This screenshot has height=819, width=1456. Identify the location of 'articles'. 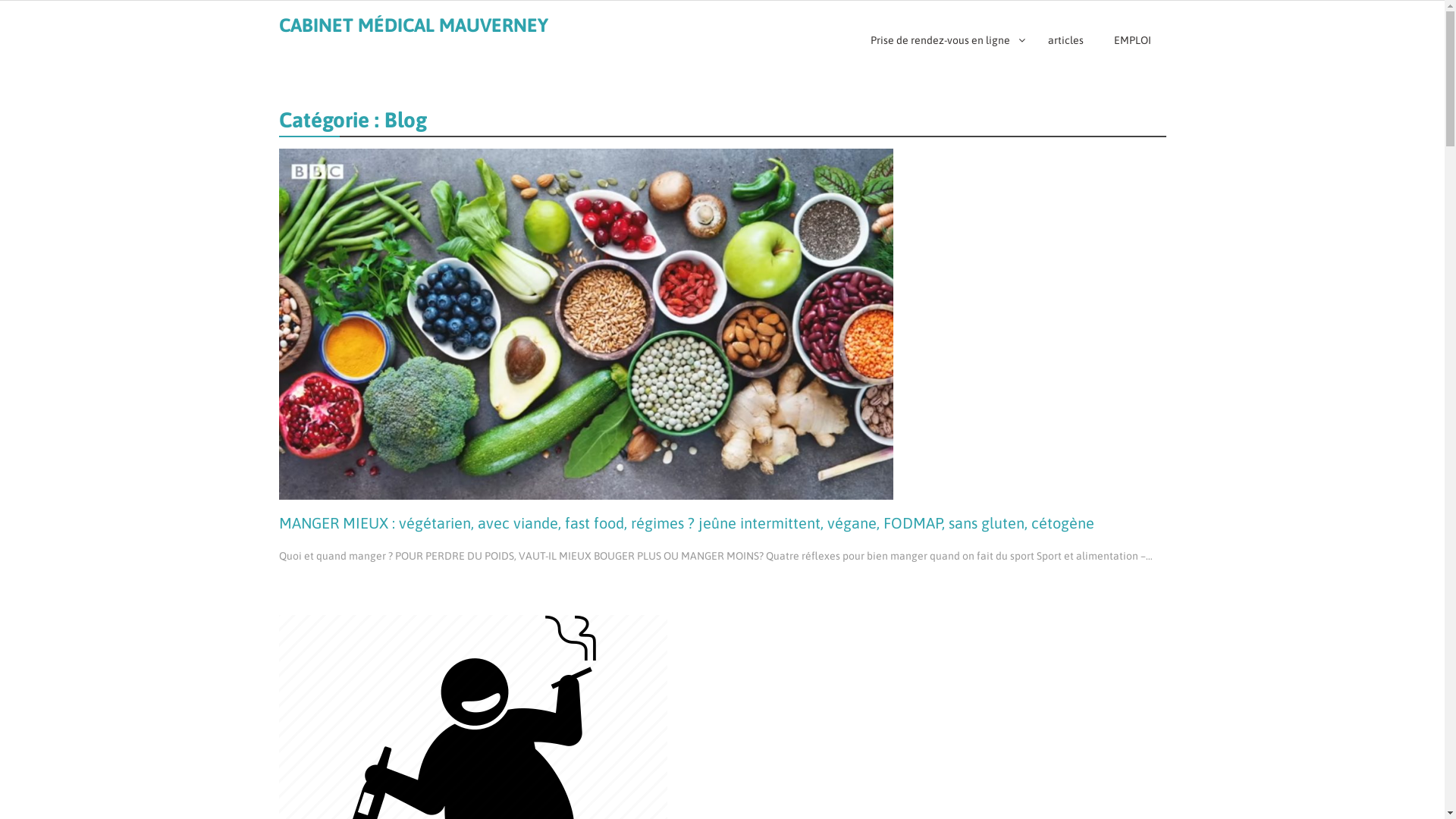
(1065, 39).